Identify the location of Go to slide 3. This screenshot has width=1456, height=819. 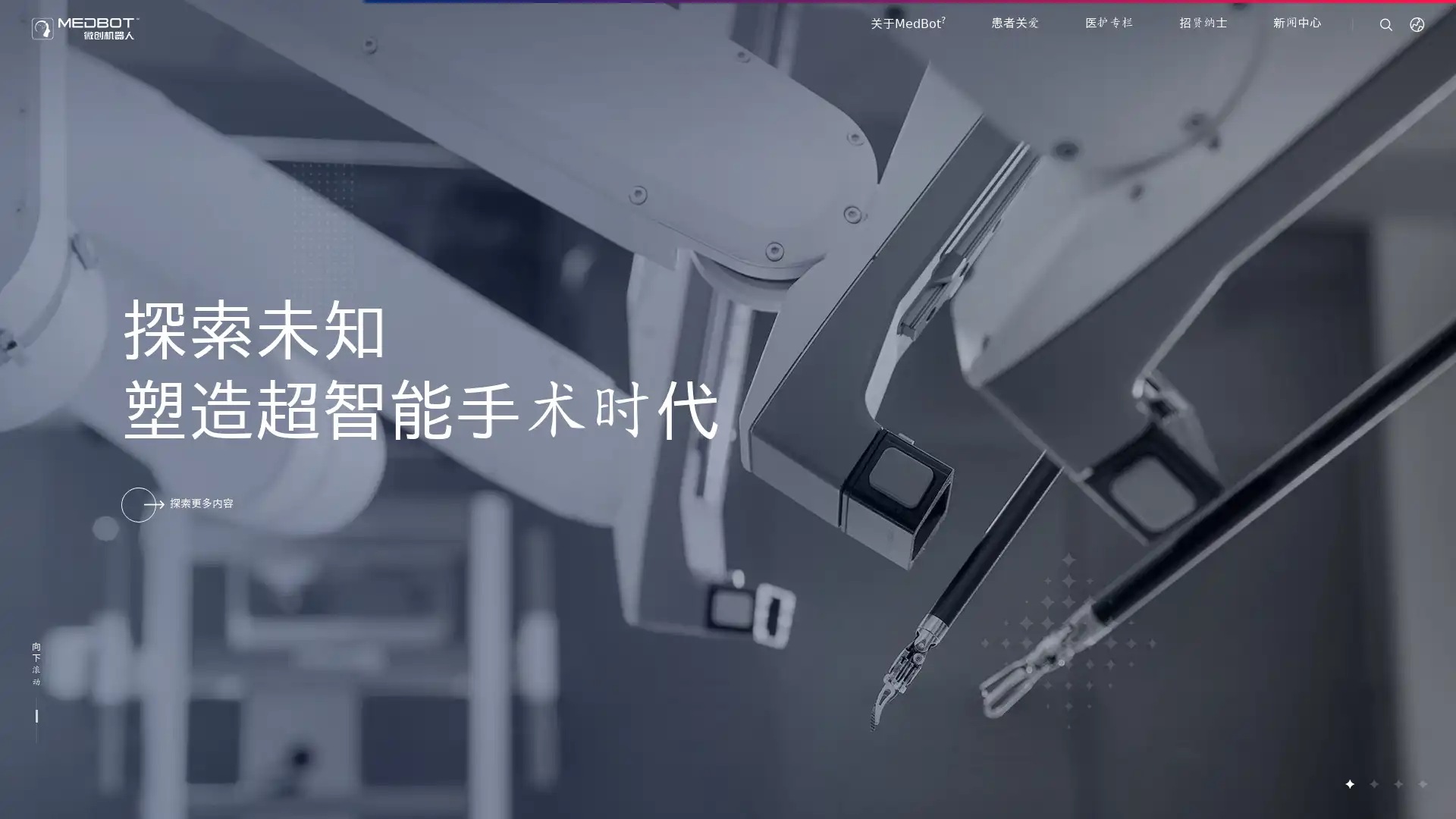
(1397, 783).